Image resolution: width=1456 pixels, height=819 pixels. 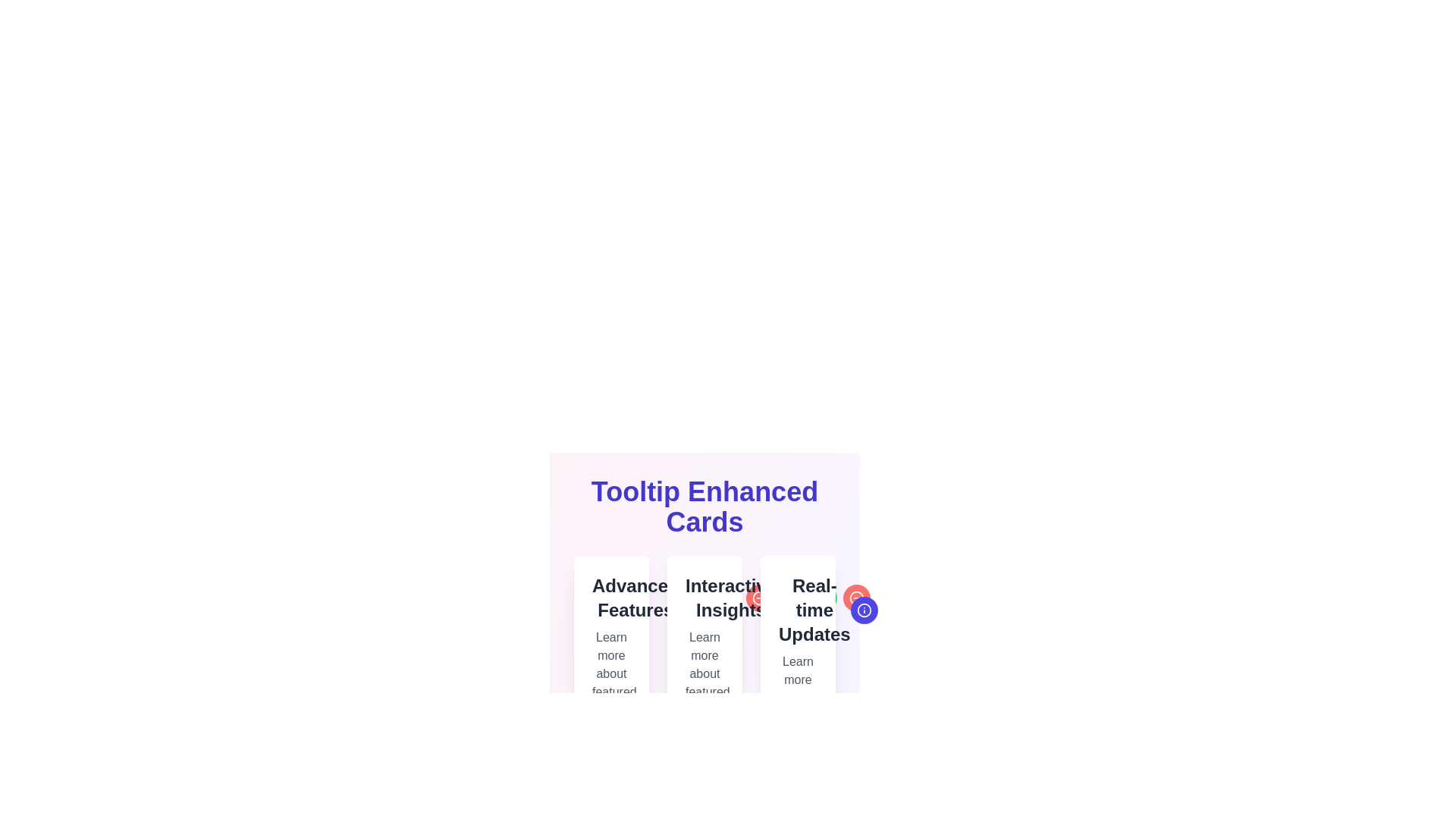 What do you see at coordinates (704, 507) in the screenshot?
I see `the Text header indicating the subject matter 'Tooltip Enhanced Cards', which is centrally located at the top of the content area` at bounding box center [704, 507].